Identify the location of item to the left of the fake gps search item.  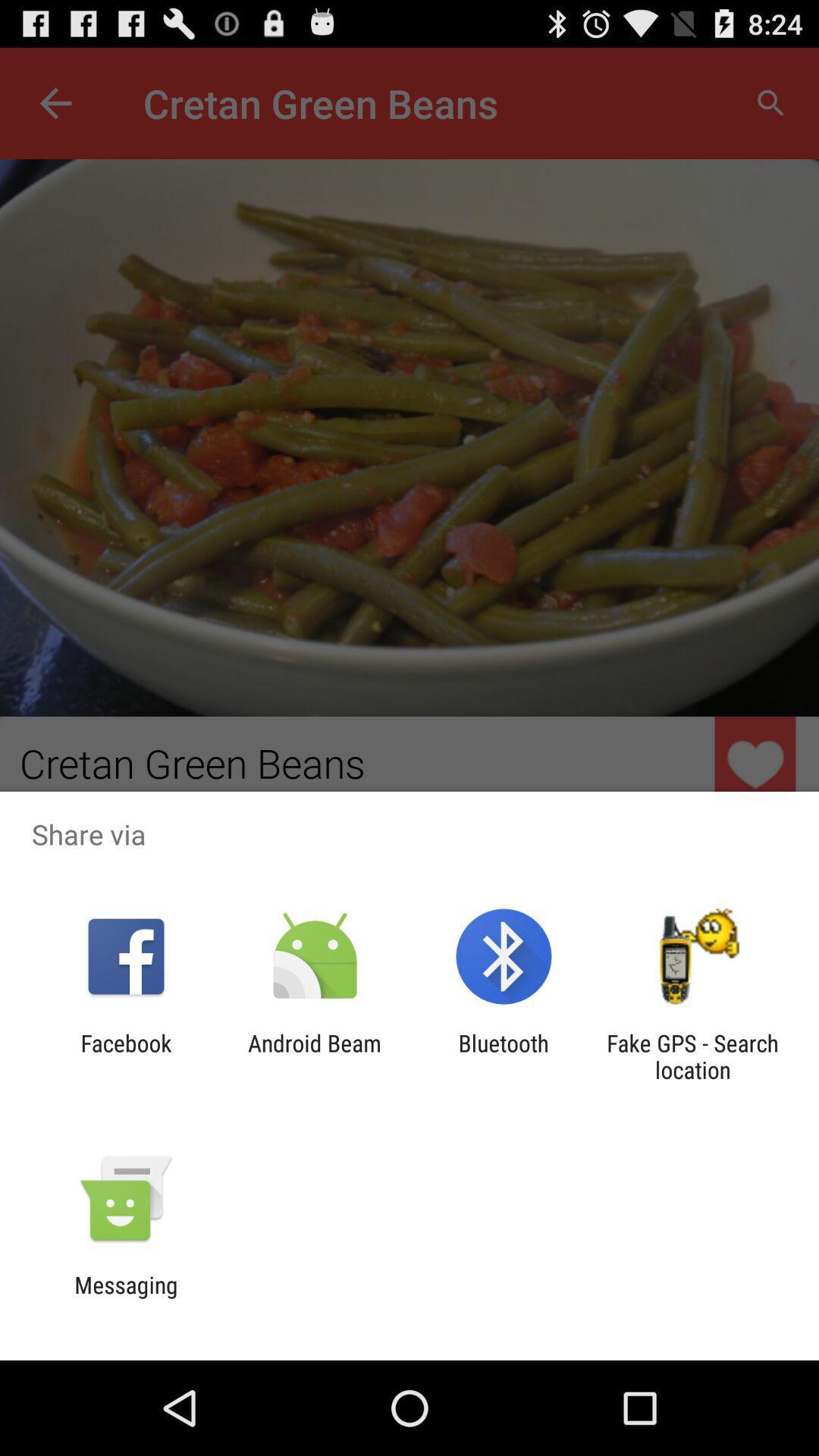
(504, 1056).